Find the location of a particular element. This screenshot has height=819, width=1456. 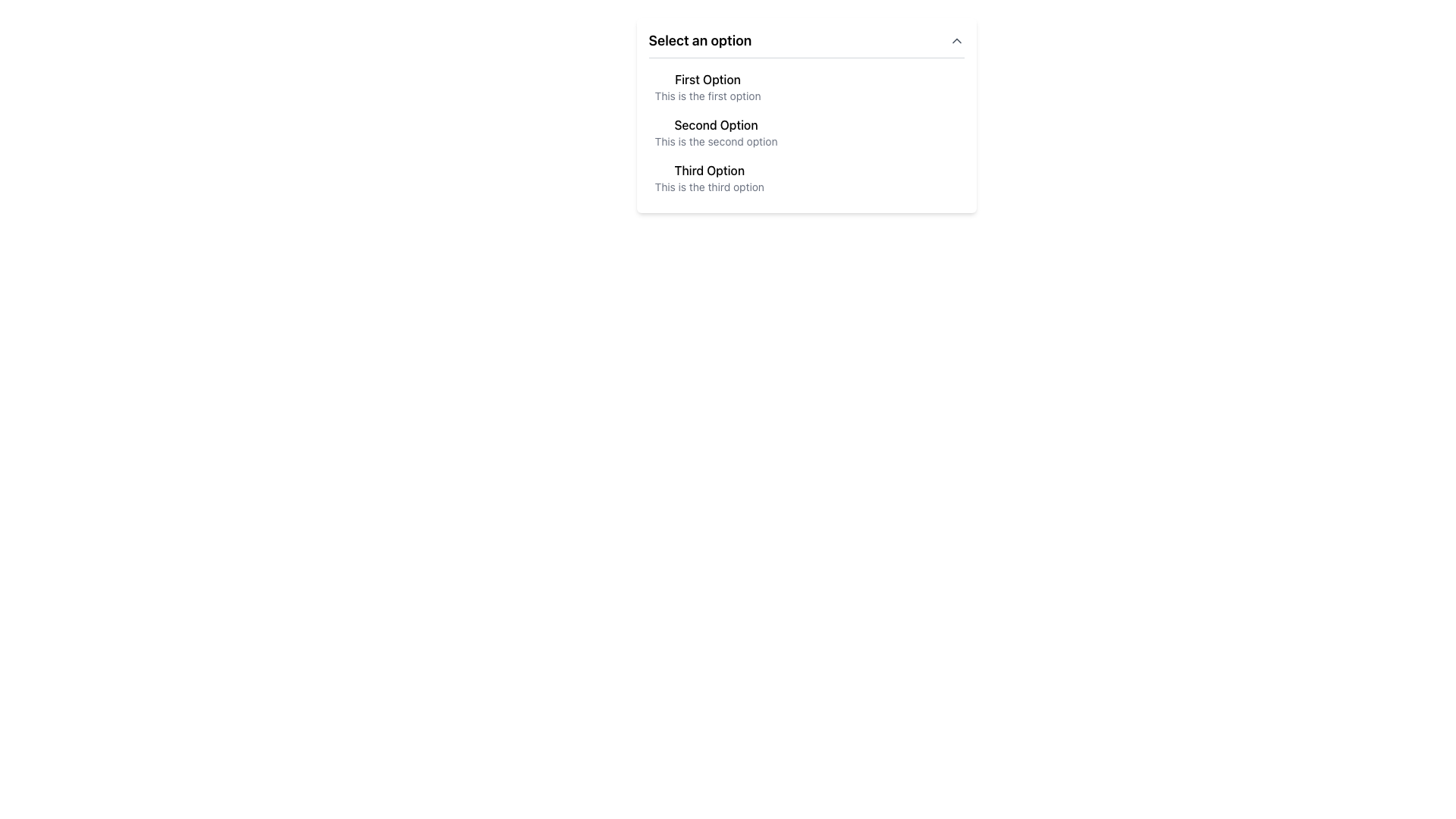

the text label 'Second Option' in the dropdown menu to initiate selection is located at coordinates (715, 124).